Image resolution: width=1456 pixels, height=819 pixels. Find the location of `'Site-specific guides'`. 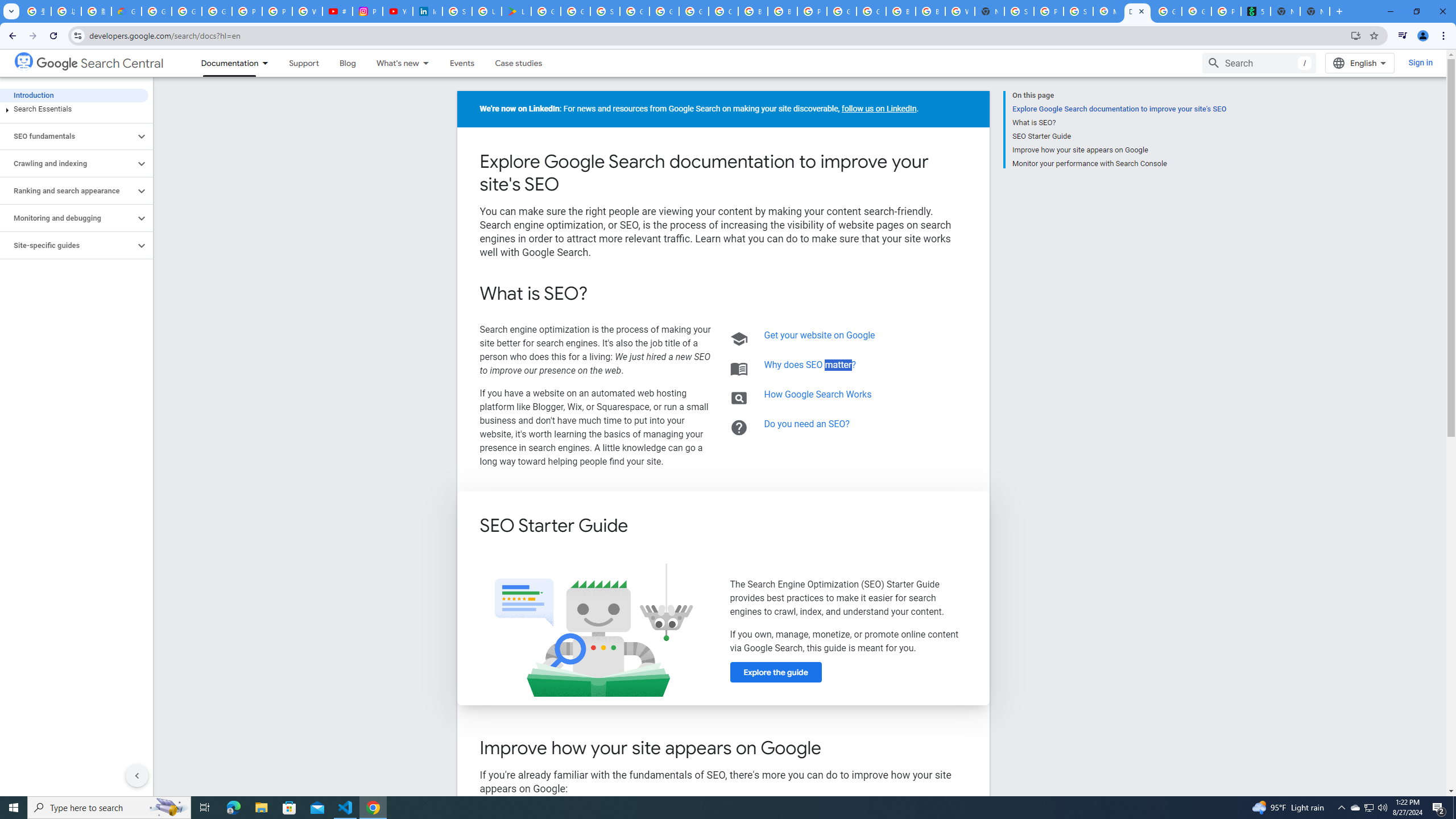

'Site-specific guides' is located at coordinates (67, 246).